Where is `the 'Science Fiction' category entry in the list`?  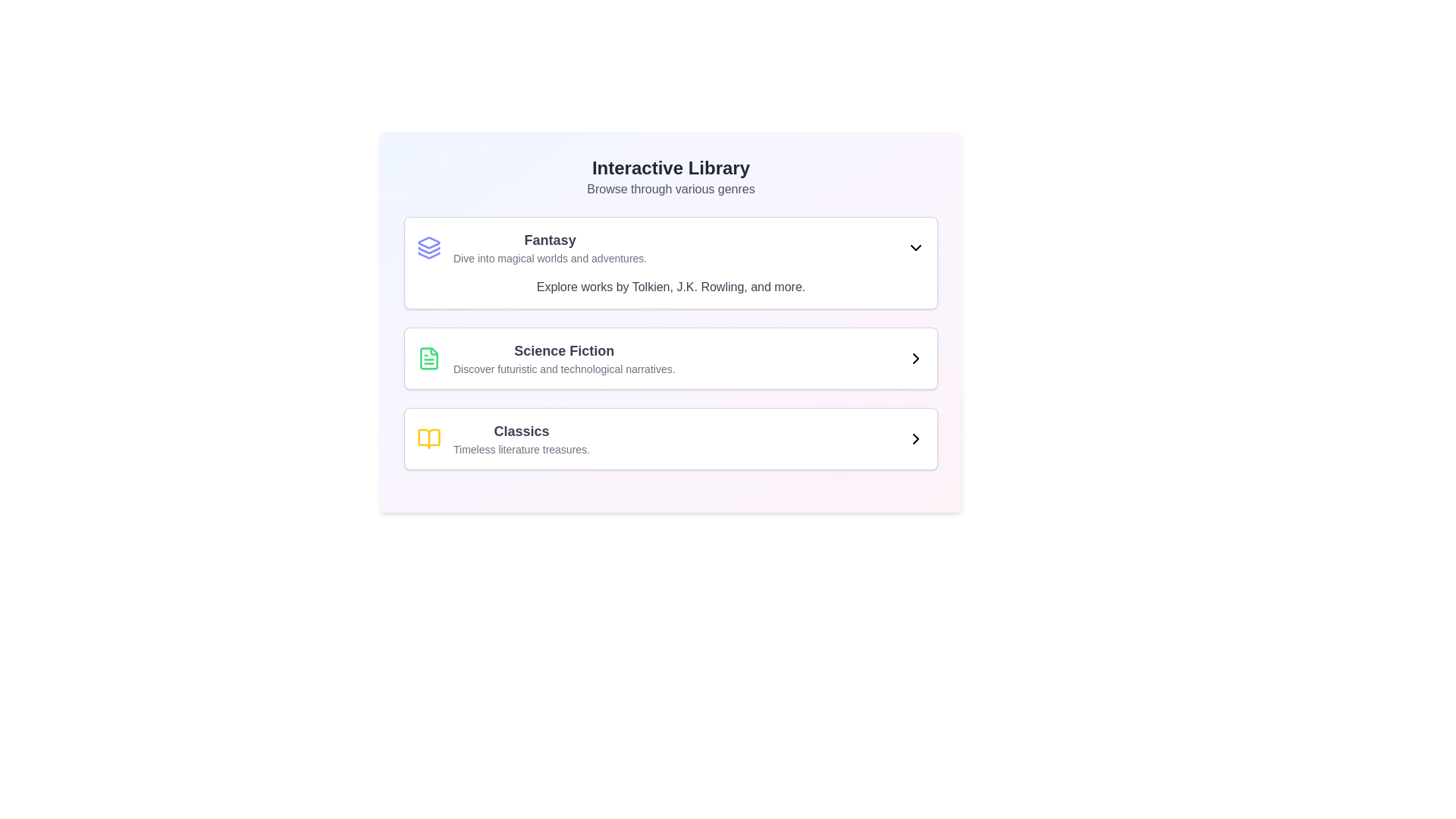
the 'Science Fiction' category entry in the list is located at coordinates (670, 359).